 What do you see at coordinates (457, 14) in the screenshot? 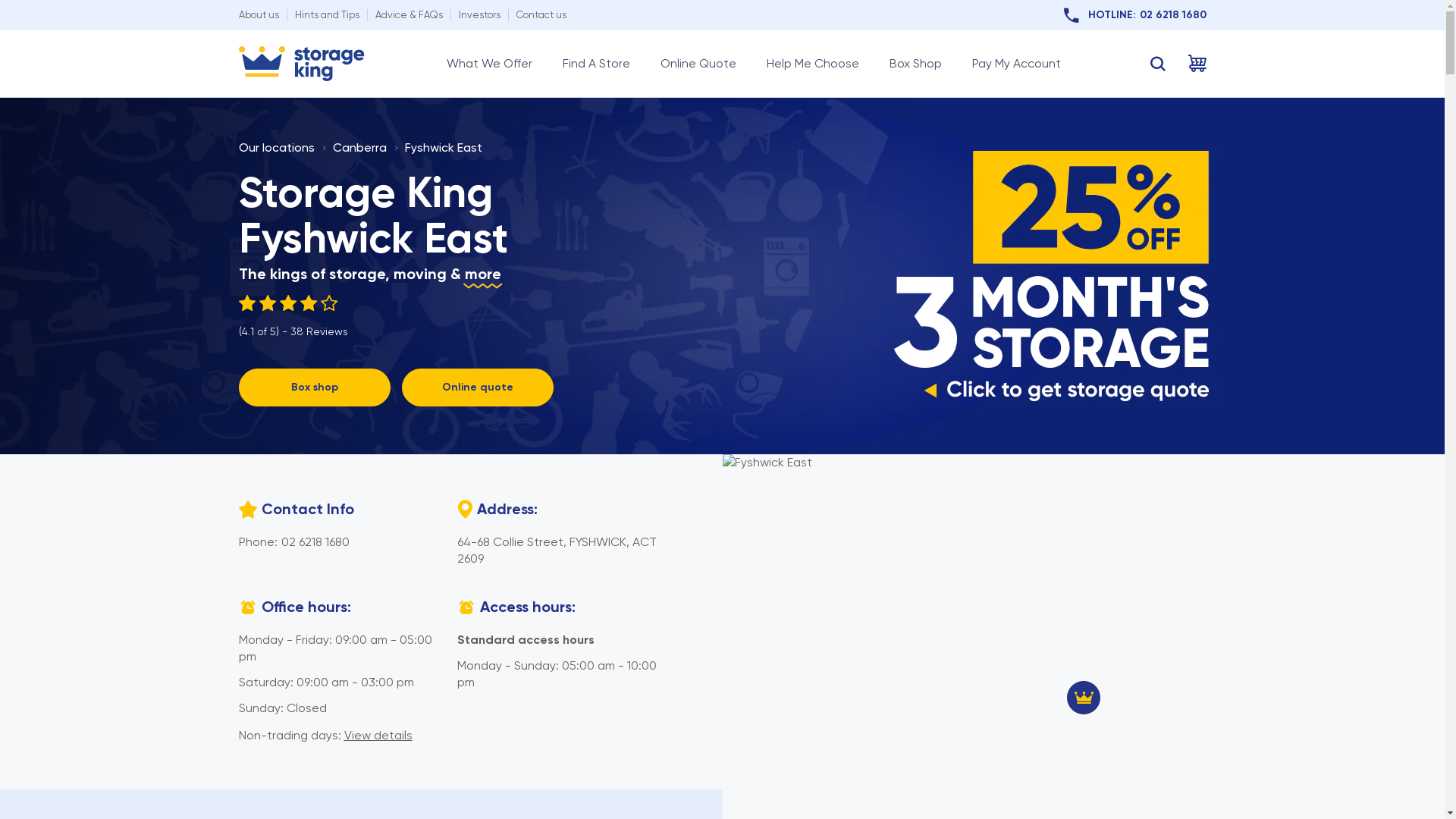
I see `'Investors'` at bounding box center [457, 14].